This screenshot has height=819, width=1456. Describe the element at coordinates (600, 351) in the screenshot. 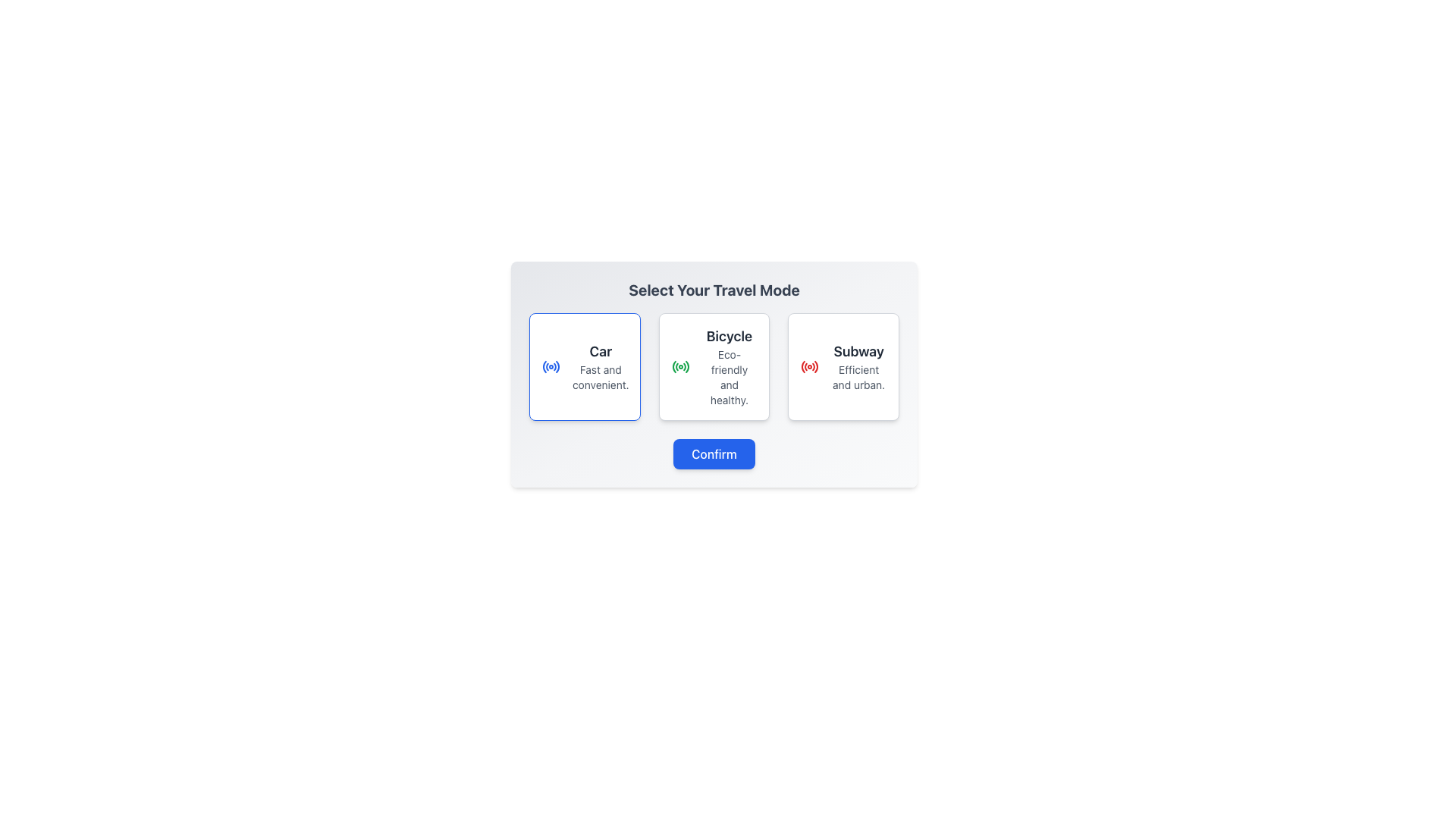

I see `the title text element for the 'Car' option in the travel mode selection interface, which is located at the top of the leftmost selection card` at that location.